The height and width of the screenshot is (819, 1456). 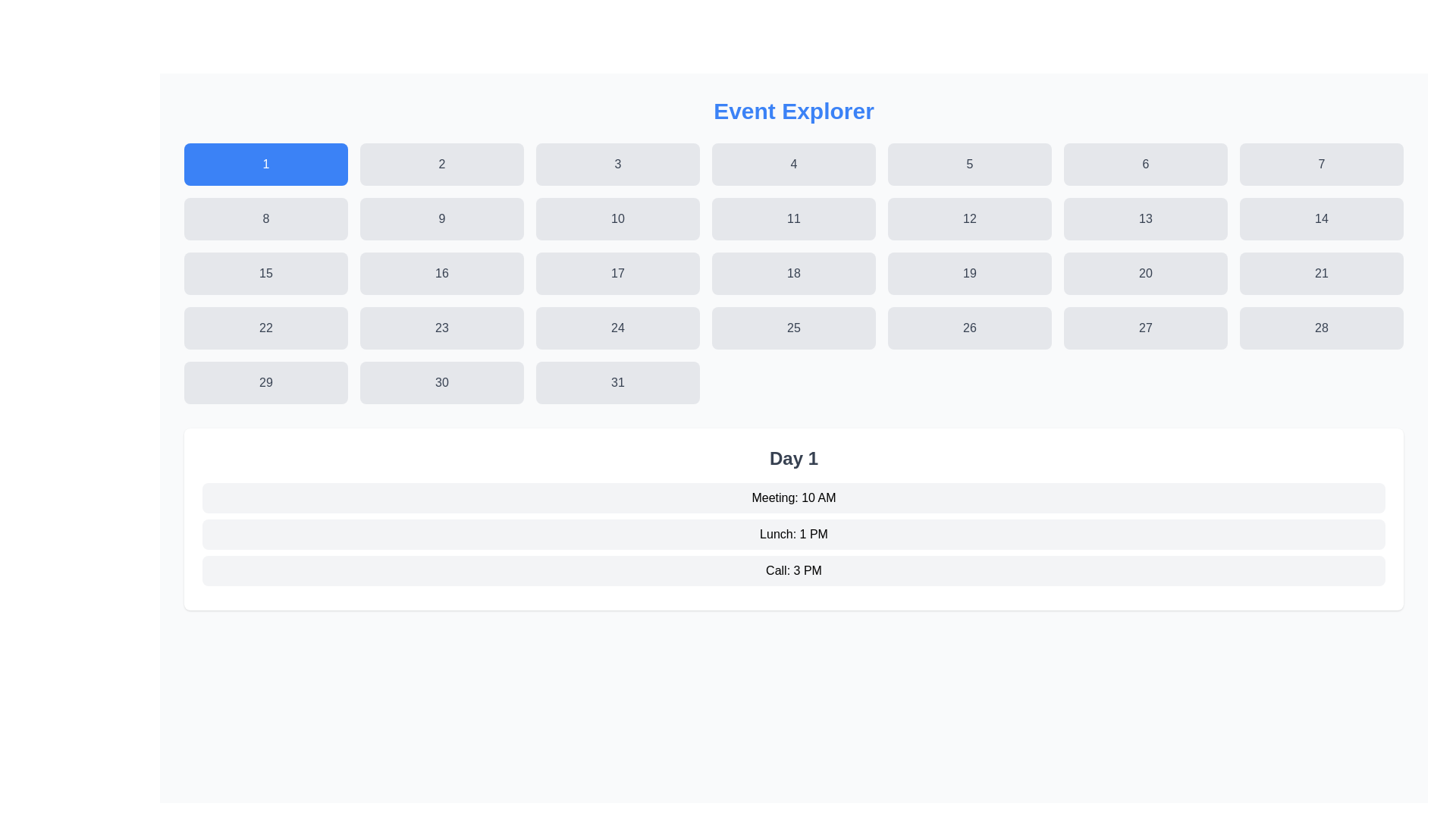 What do you see at coordinates (792, 274) in the screenshot?
I see `the button representing the number 18, located in the third row and fourth column of the grid layout` at bounding box center [792, 274].